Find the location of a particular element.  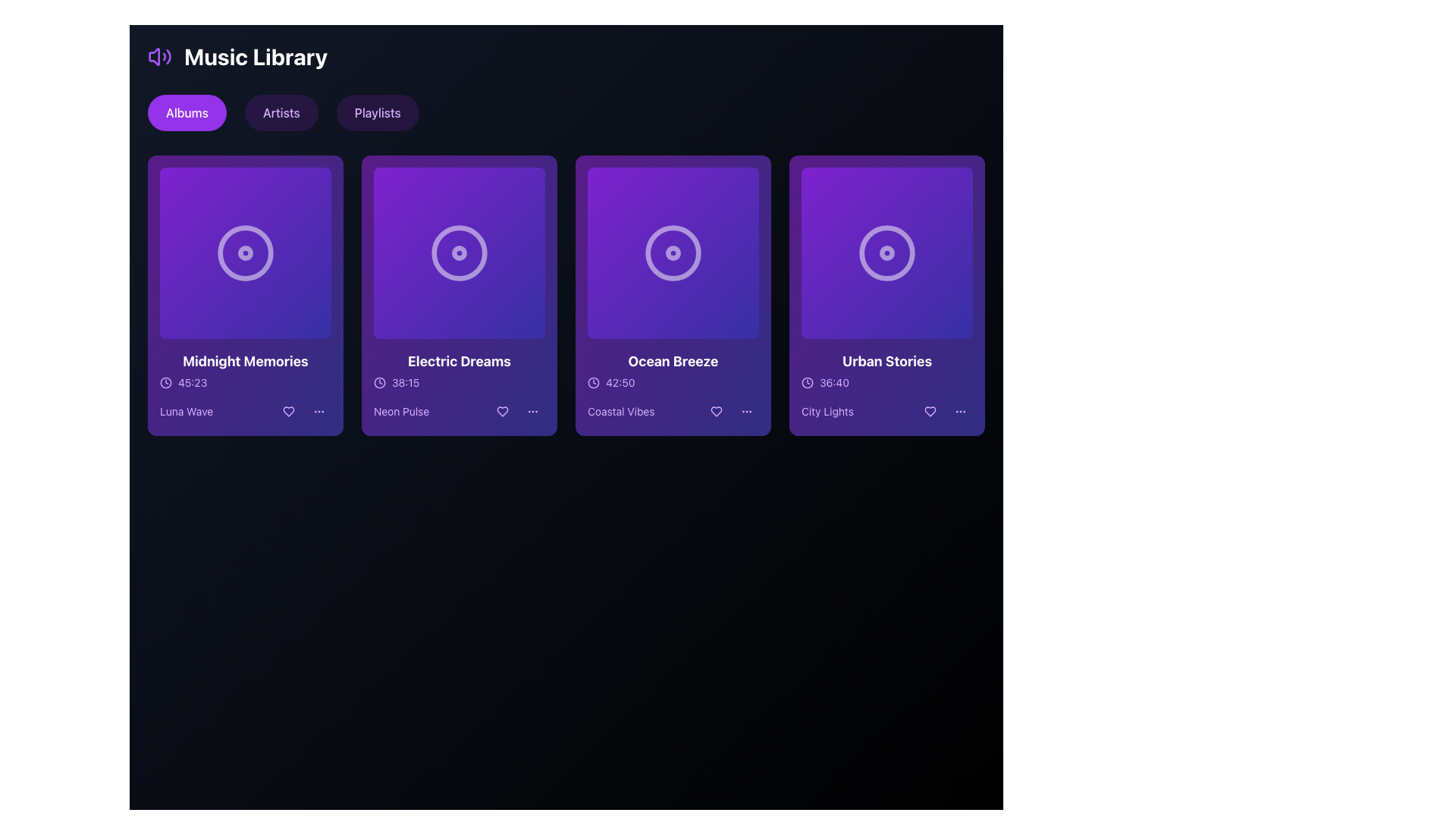

text label located at the bottom of the fourth card in a horizontally arranged grid layout, following 'Ocean Breeze' is located at coordinates (887, 362).